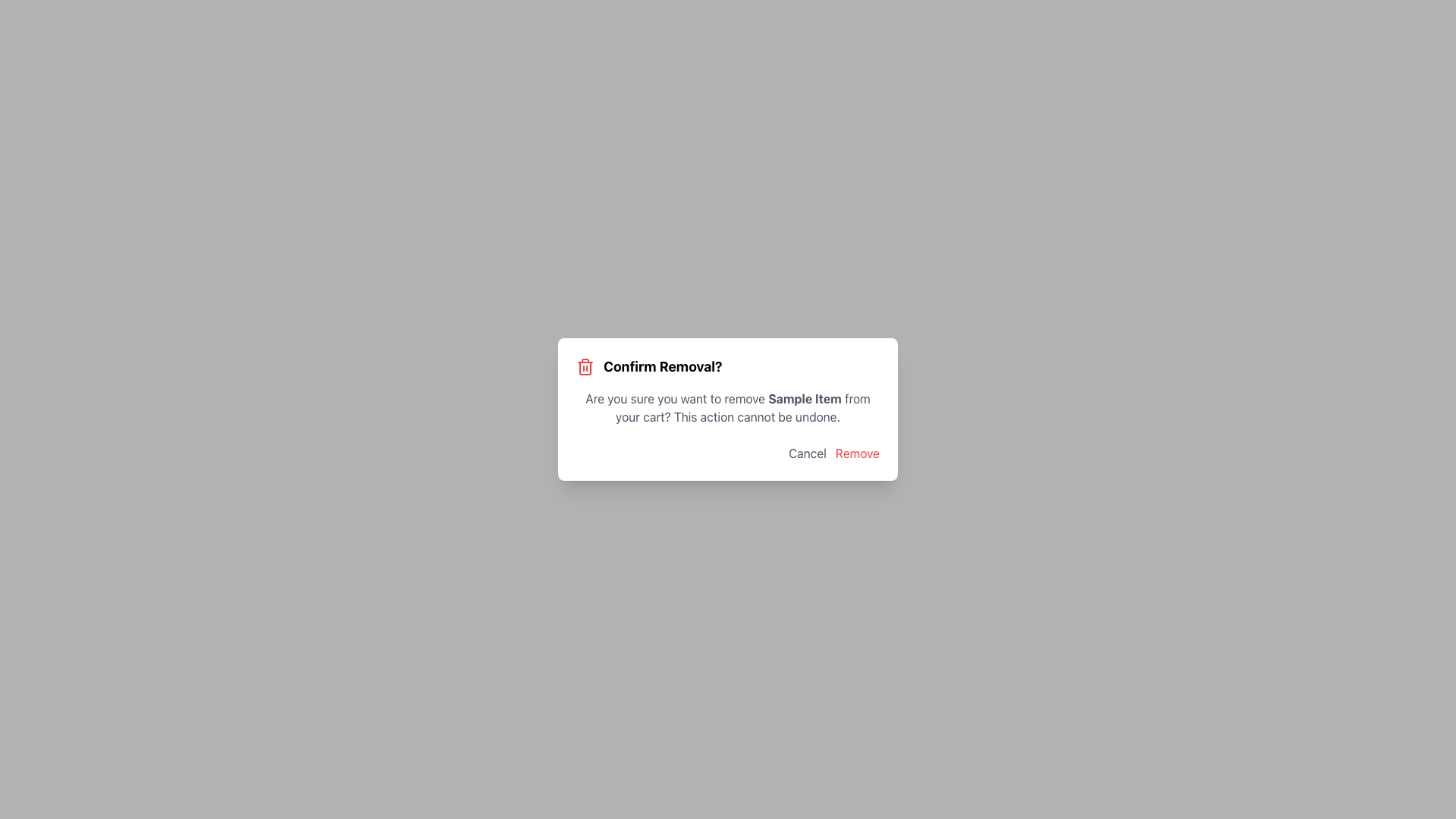 The image size is (1456, 819). Describe the element at coordinates (585, 366) in the screenshot. I see `the delete icon located to the left of the text 'Confirm Removal?' in the modal dialog box` at that location.